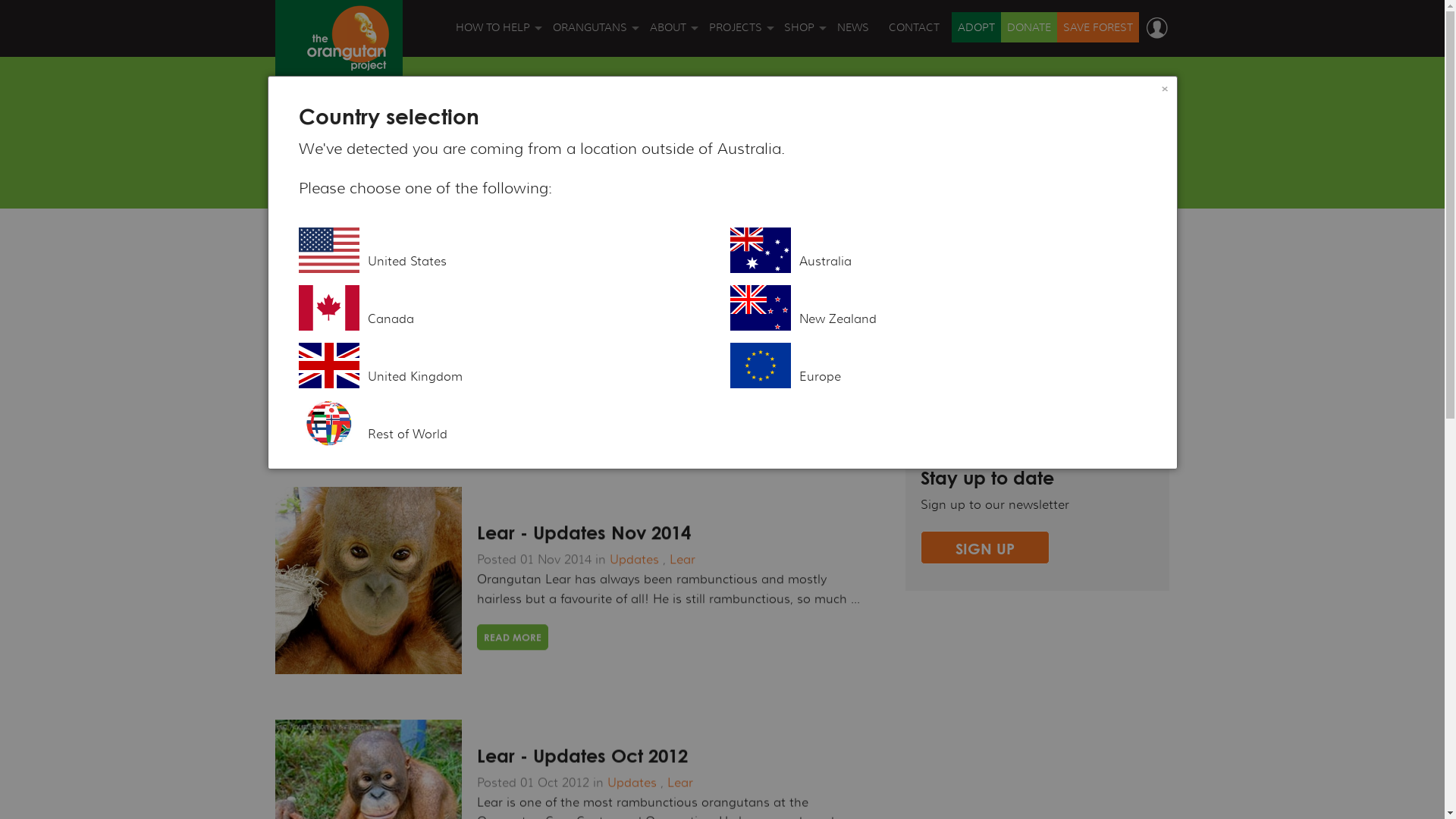  Describe the element at coordinates (554, 73) in the screenshot. I see `'ORANGUTAN FACTS'` at that location.